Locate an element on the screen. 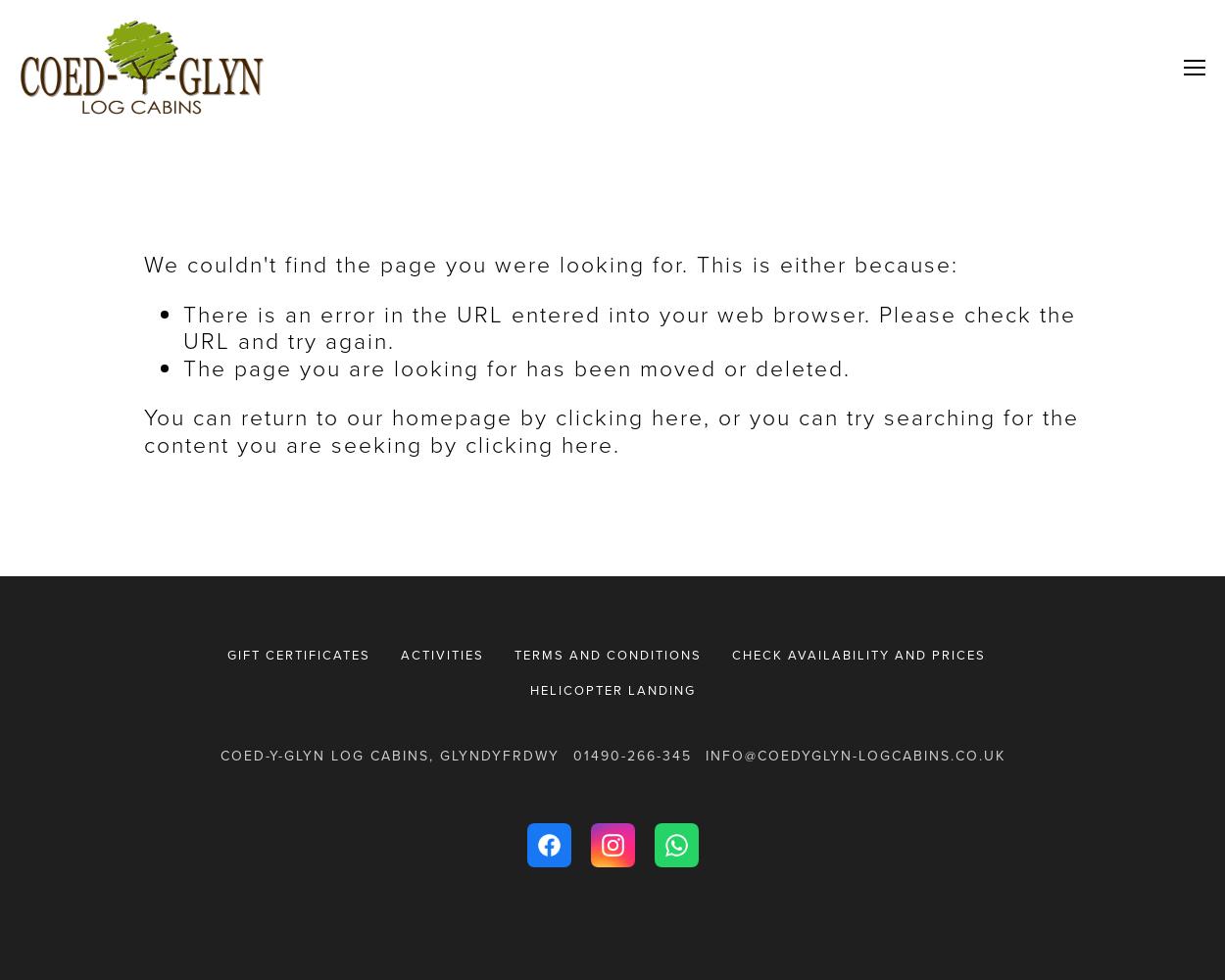  'The page you are looking for has been moved or deleted.' is located at coordinates (516, 367).